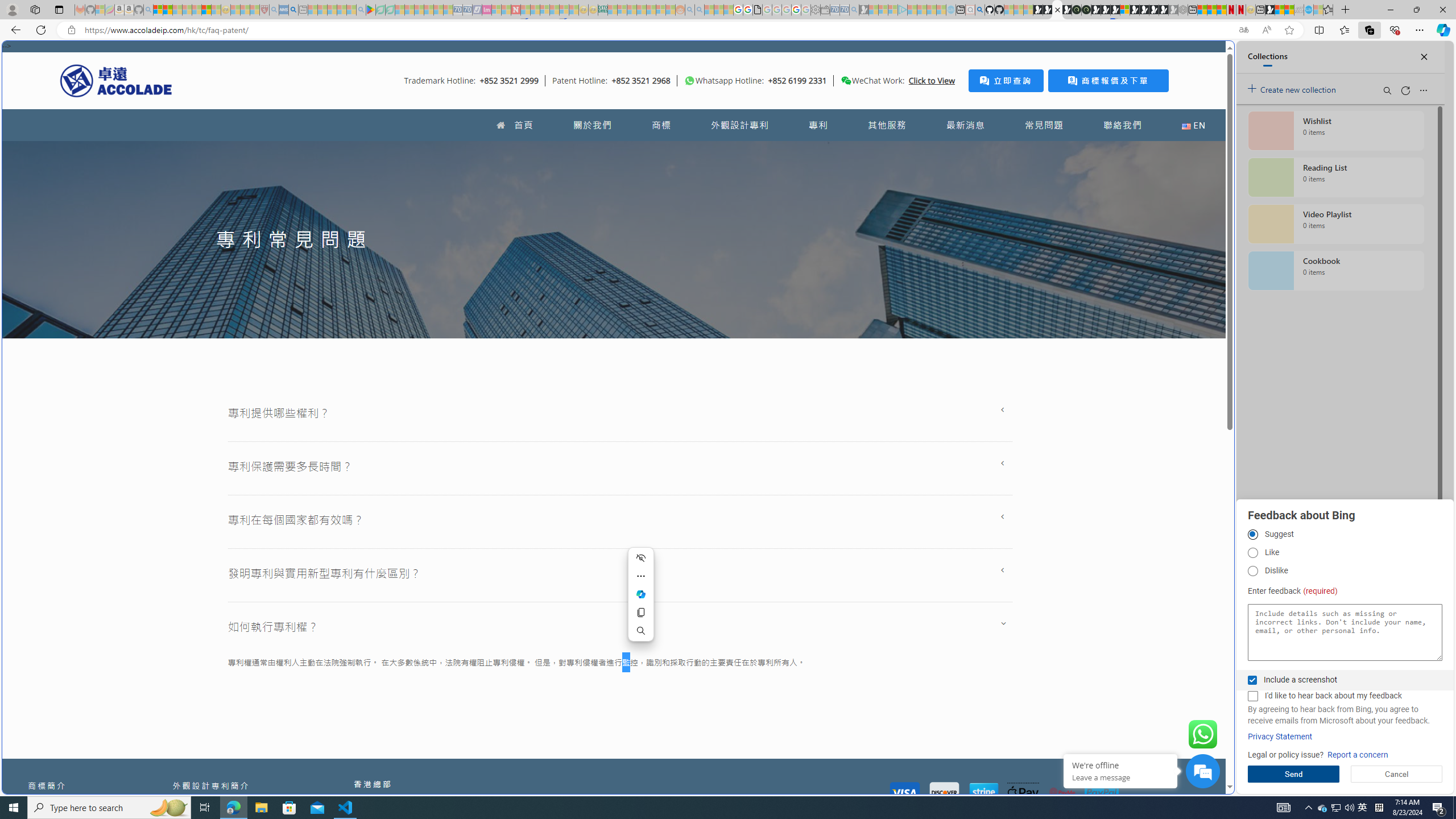 This screenshot has height=819, width=1456. I want to click on 'Ask Copilot', so click(640, 594).